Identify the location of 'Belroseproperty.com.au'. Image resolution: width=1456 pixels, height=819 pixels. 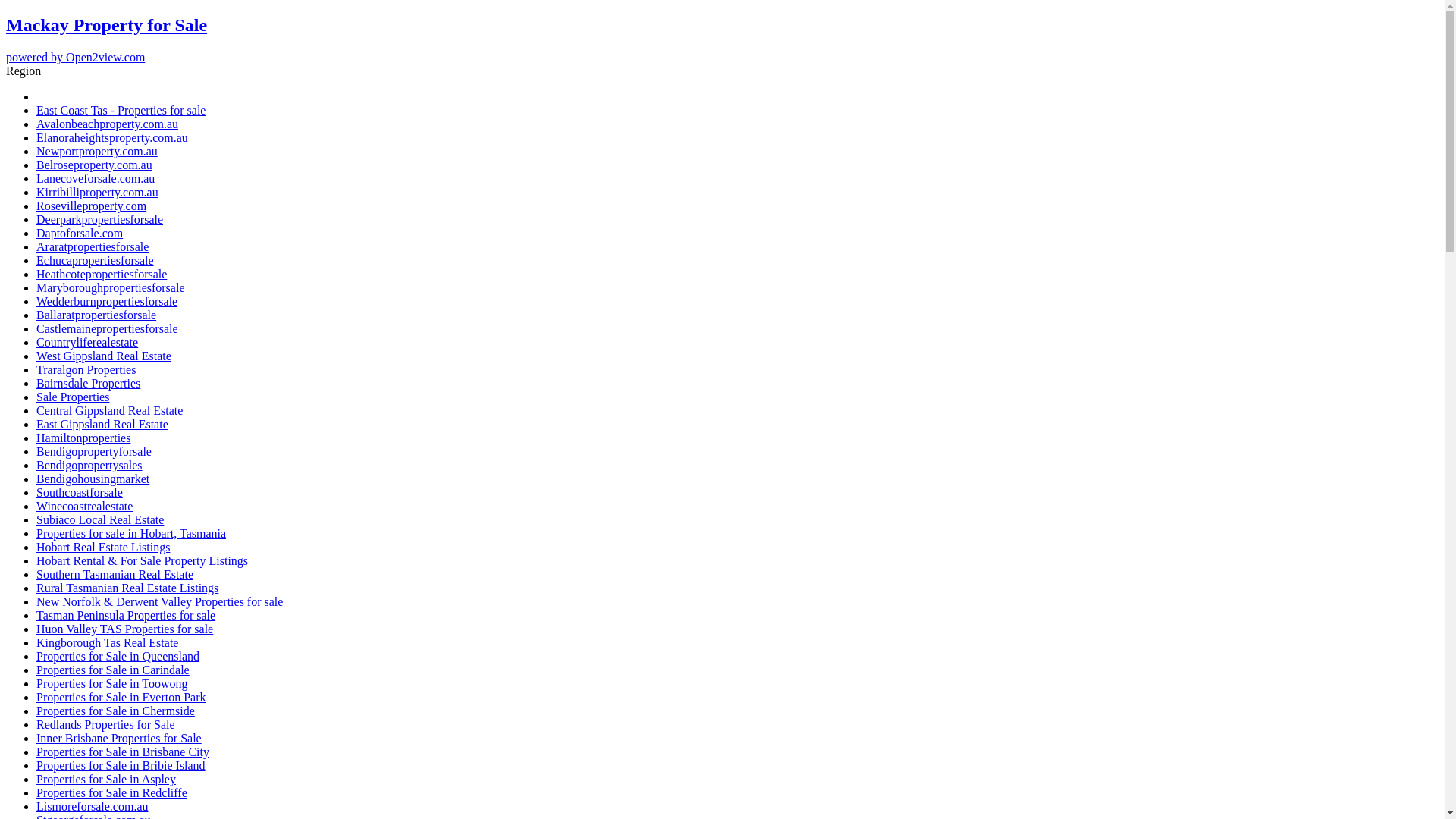
(93, 165).